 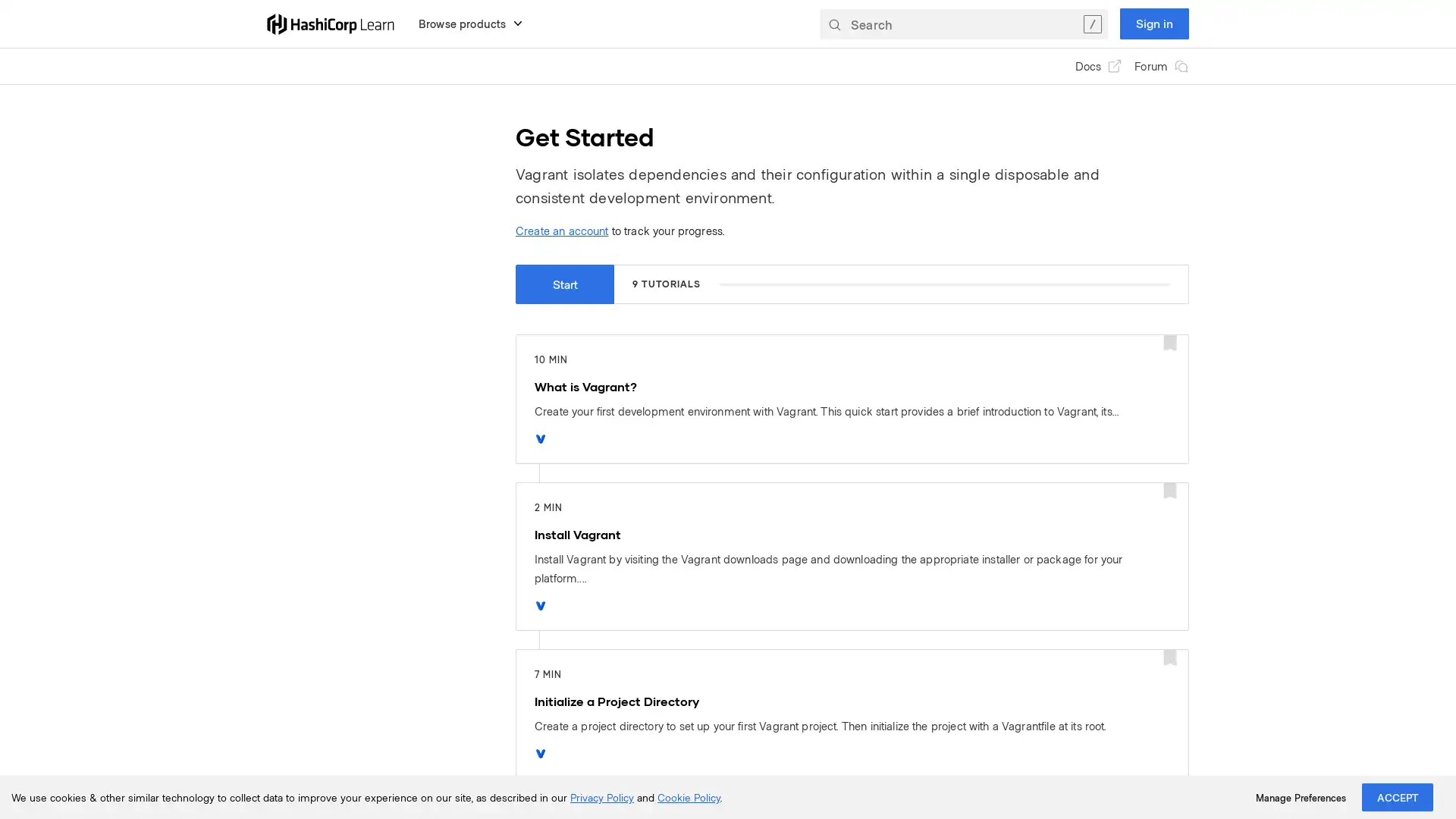 I want to click on Add bookmark for: Install and Specify a Box, so click(x=1169, y=805).